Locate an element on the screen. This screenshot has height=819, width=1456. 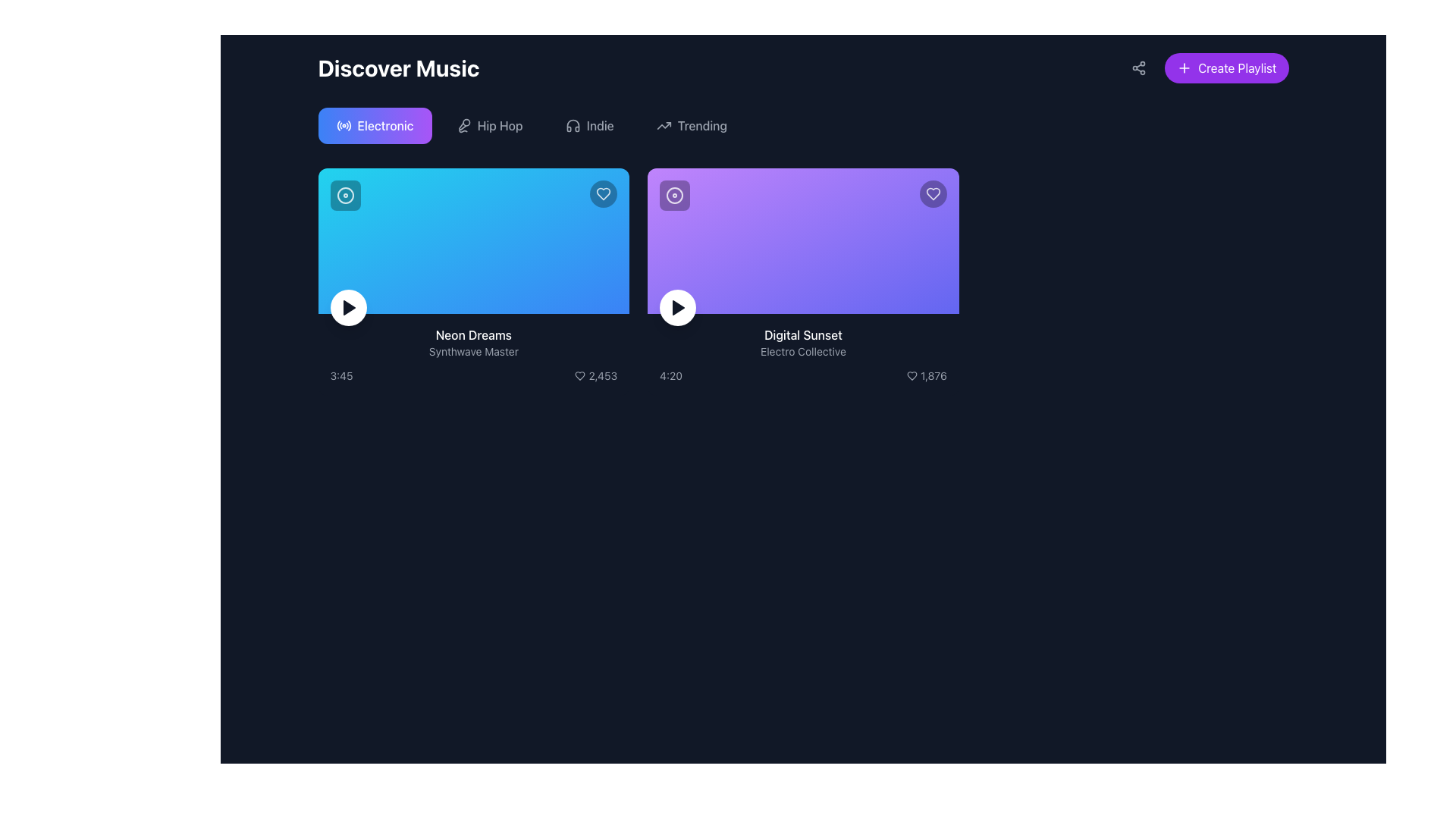
the heart icon in the bottom-right corner of the 'Digital Sunset' music card, which displays the number of likes or favorites is located at coordinates (926, 375).